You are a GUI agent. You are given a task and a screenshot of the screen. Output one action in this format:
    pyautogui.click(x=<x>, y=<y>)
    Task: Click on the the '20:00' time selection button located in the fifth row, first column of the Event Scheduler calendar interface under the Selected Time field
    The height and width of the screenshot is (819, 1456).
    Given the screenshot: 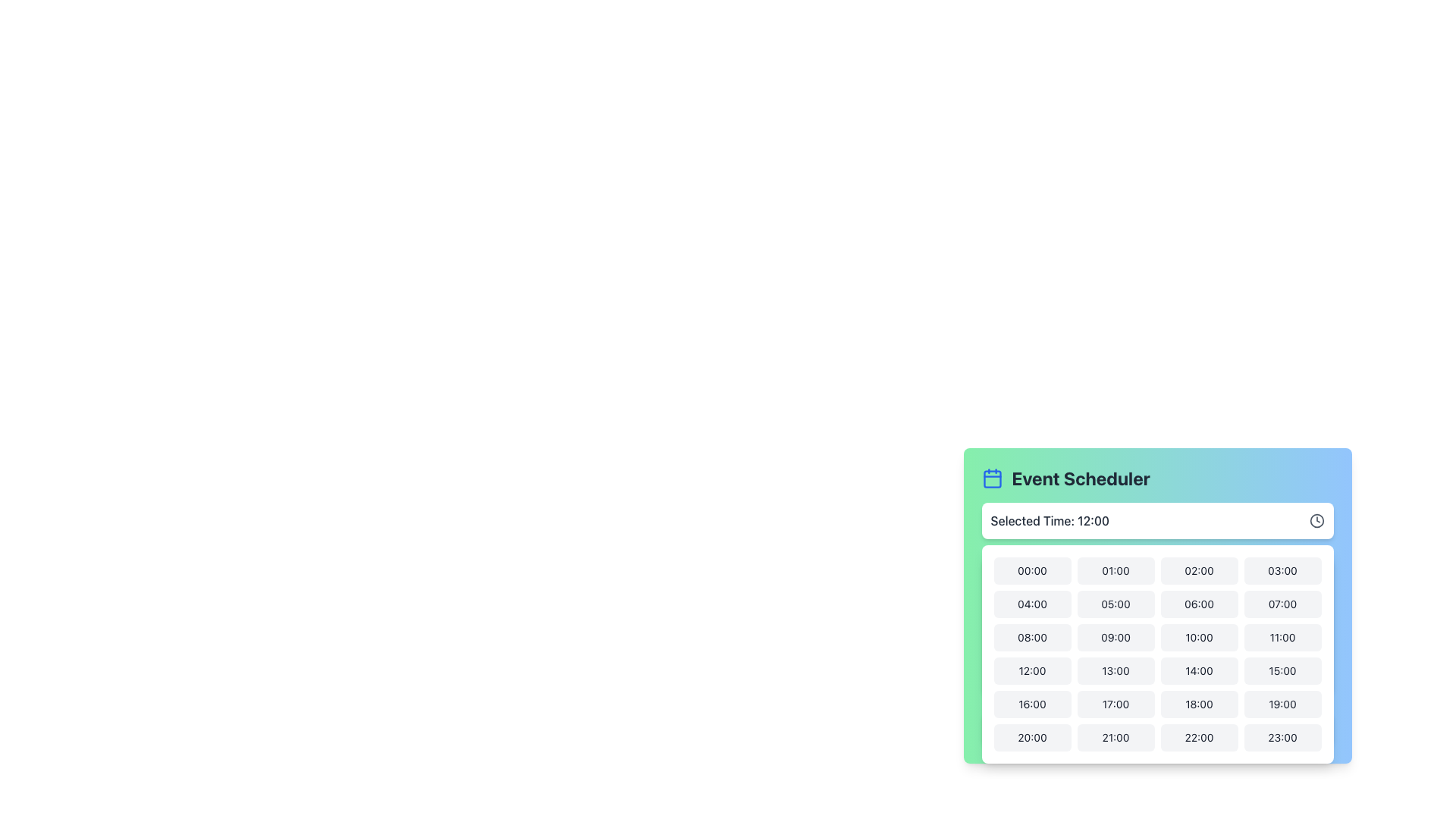 What is the action you would take?
    pyautogui.click(x=1031, y=736)
    